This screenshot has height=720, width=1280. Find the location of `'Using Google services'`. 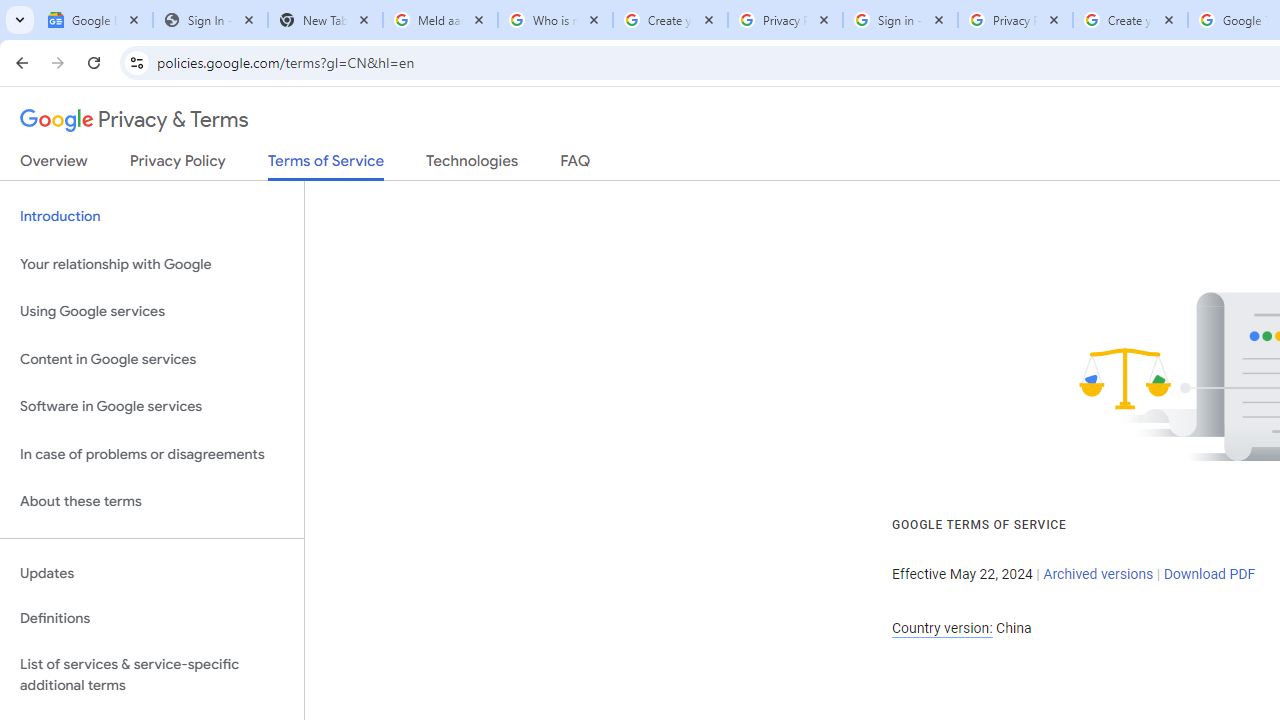

'Using Google services' is located at coordinates (151, 312).